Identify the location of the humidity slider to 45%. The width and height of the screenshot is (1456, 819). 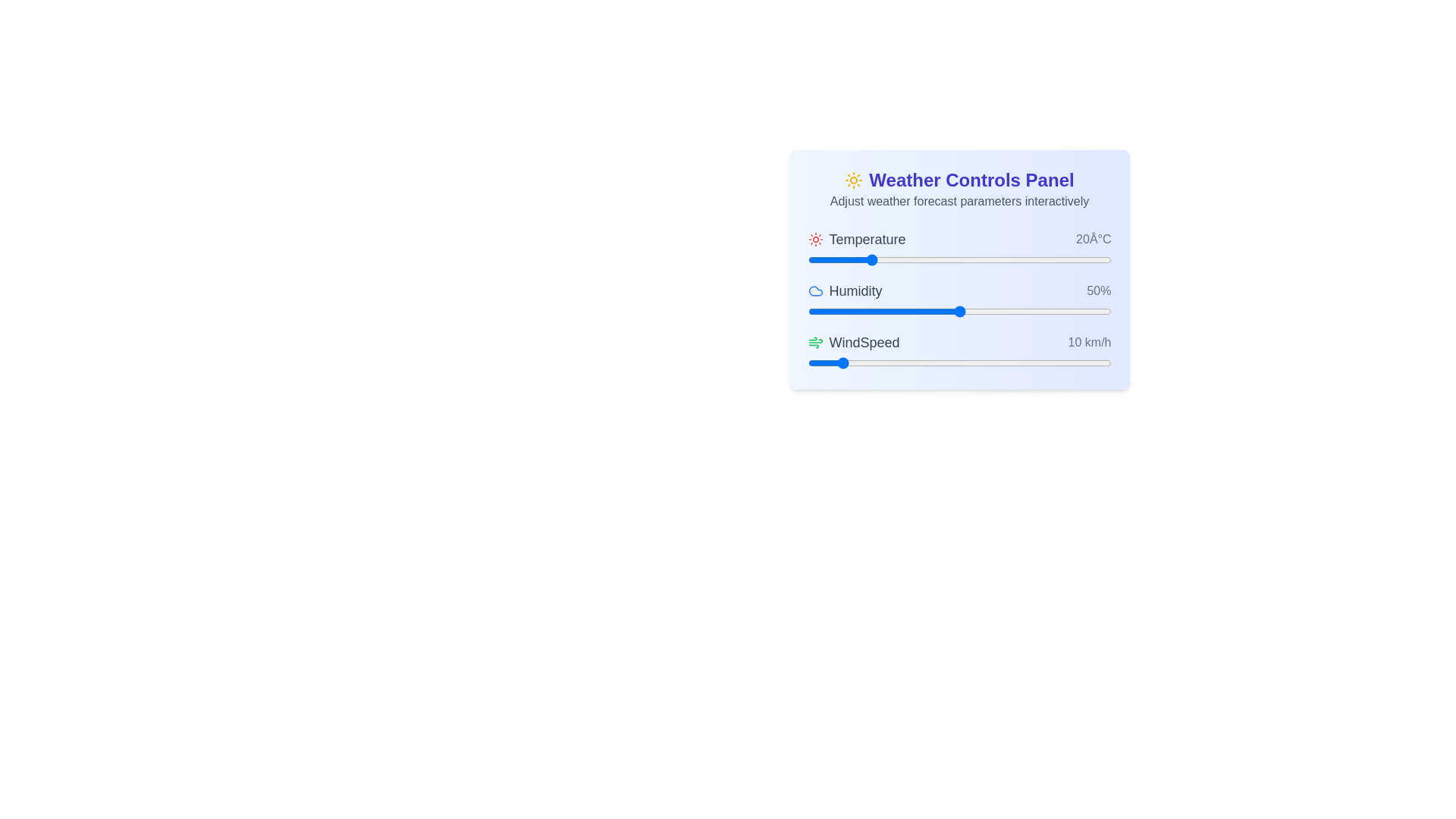
(943, 311).